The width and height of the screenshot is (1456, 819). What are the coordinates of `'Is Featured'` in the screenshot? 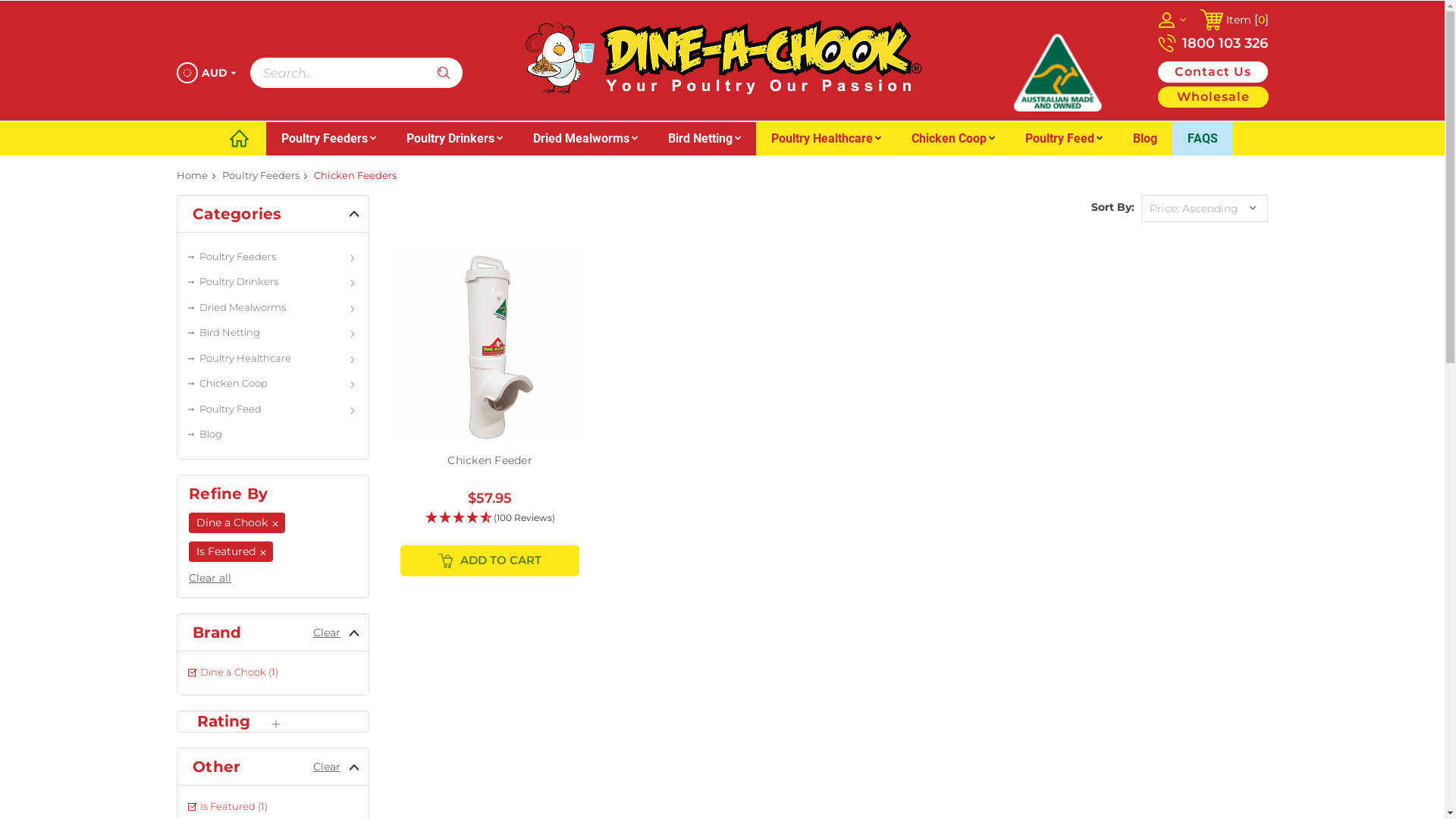 It's located at (230, 551).